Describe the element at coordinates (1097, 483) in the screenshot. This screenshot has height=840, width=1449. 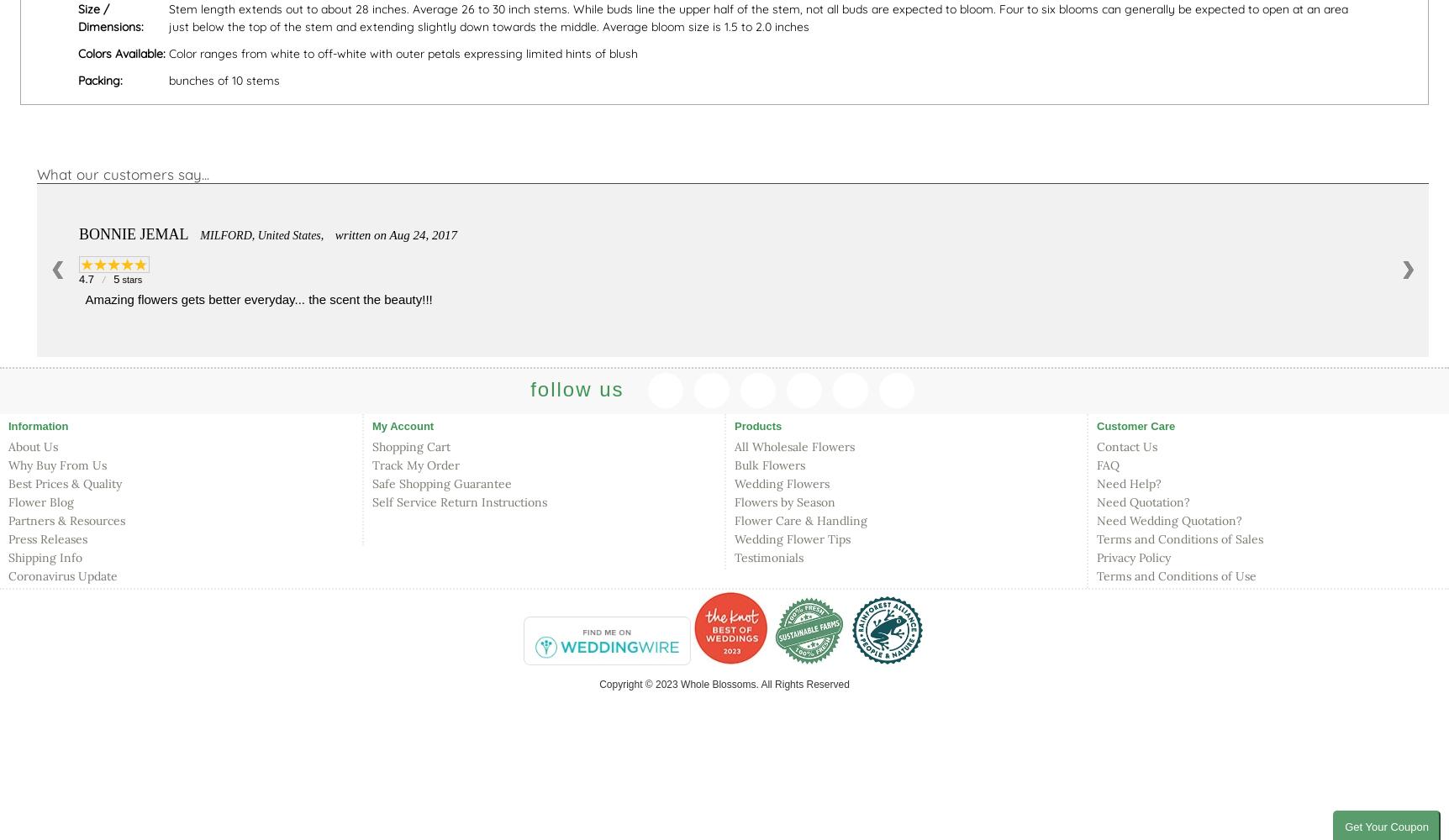
I see `'Need Help?'` at that location.